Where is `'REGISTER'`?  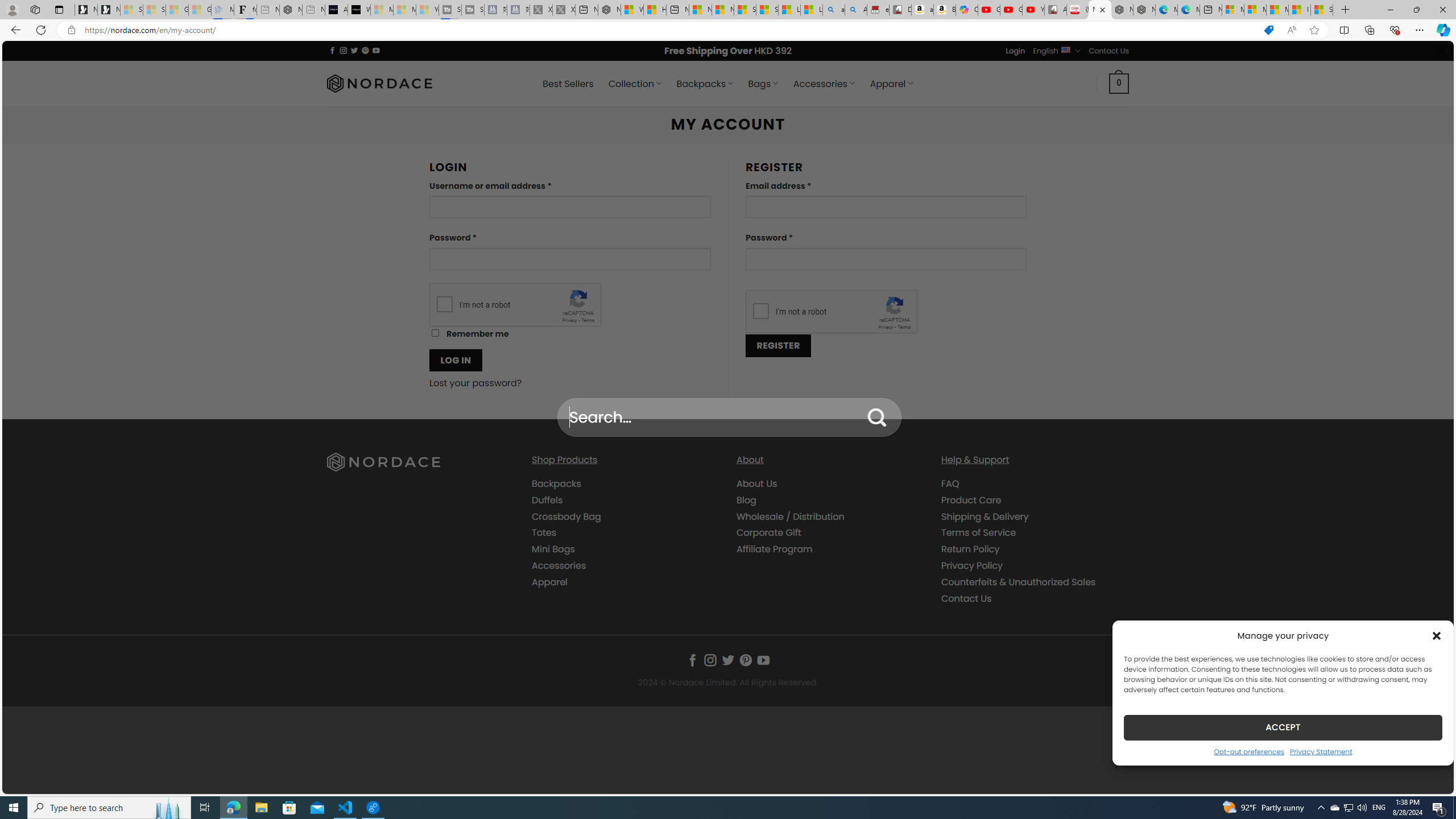
'REGISTER' is located at coordinates (777, 345).